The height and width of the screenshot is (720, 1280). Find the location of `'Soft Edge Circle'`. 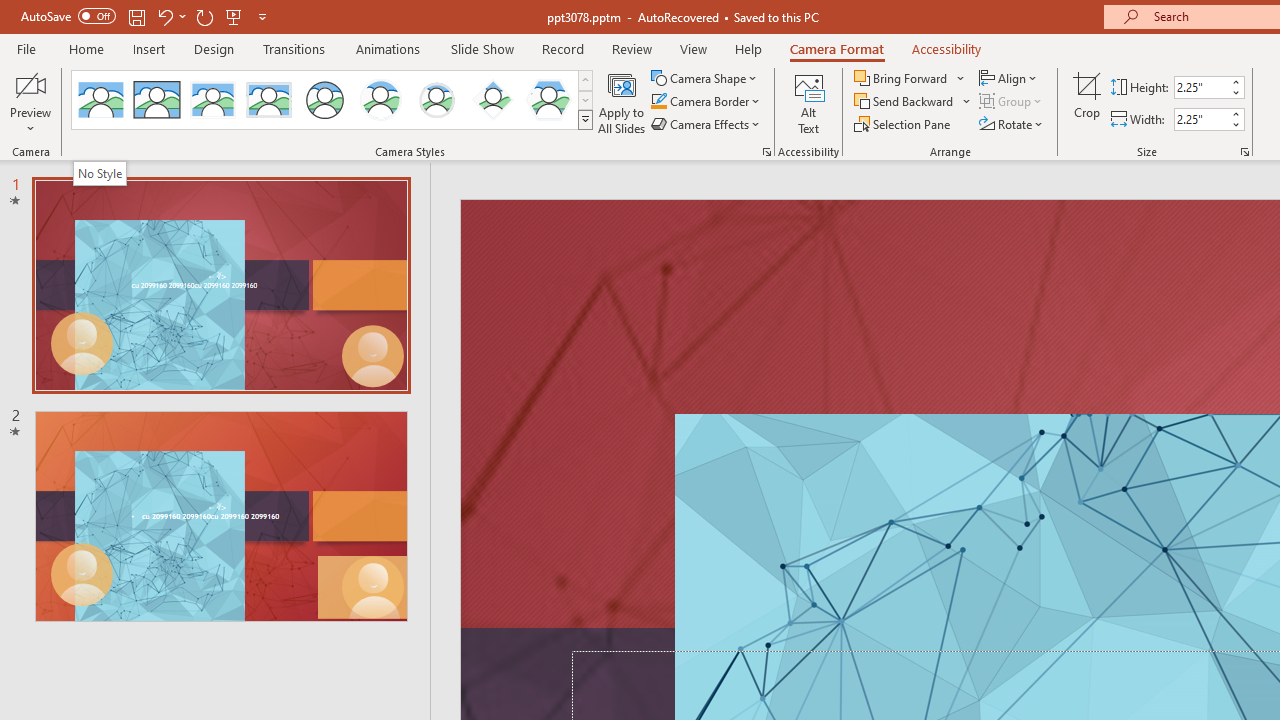

'Soft Edge Circle' is located at coordinates (436, 100).